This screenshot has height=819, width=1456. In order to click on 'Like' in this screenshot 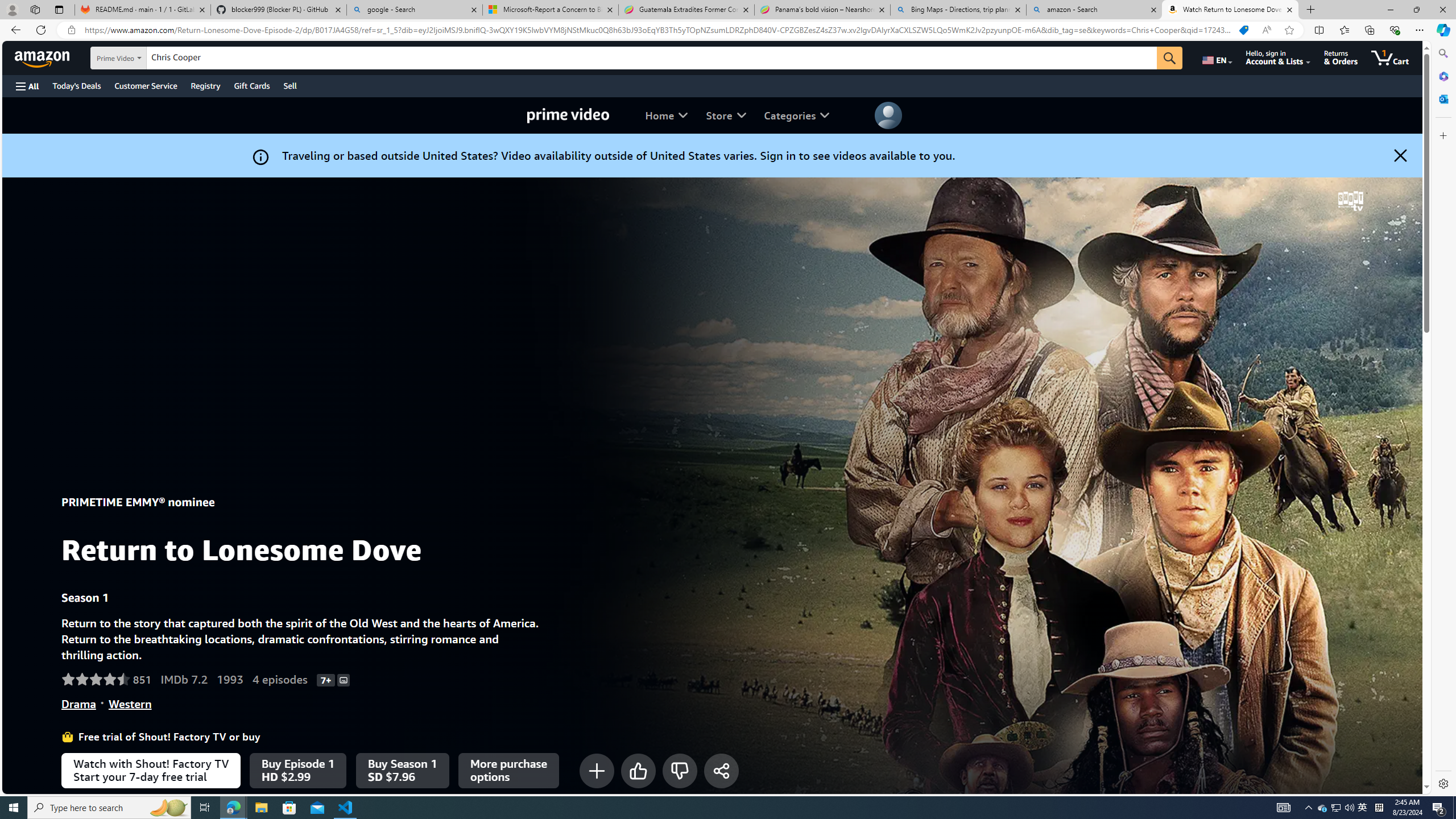, I will do `click(638, 770)`.